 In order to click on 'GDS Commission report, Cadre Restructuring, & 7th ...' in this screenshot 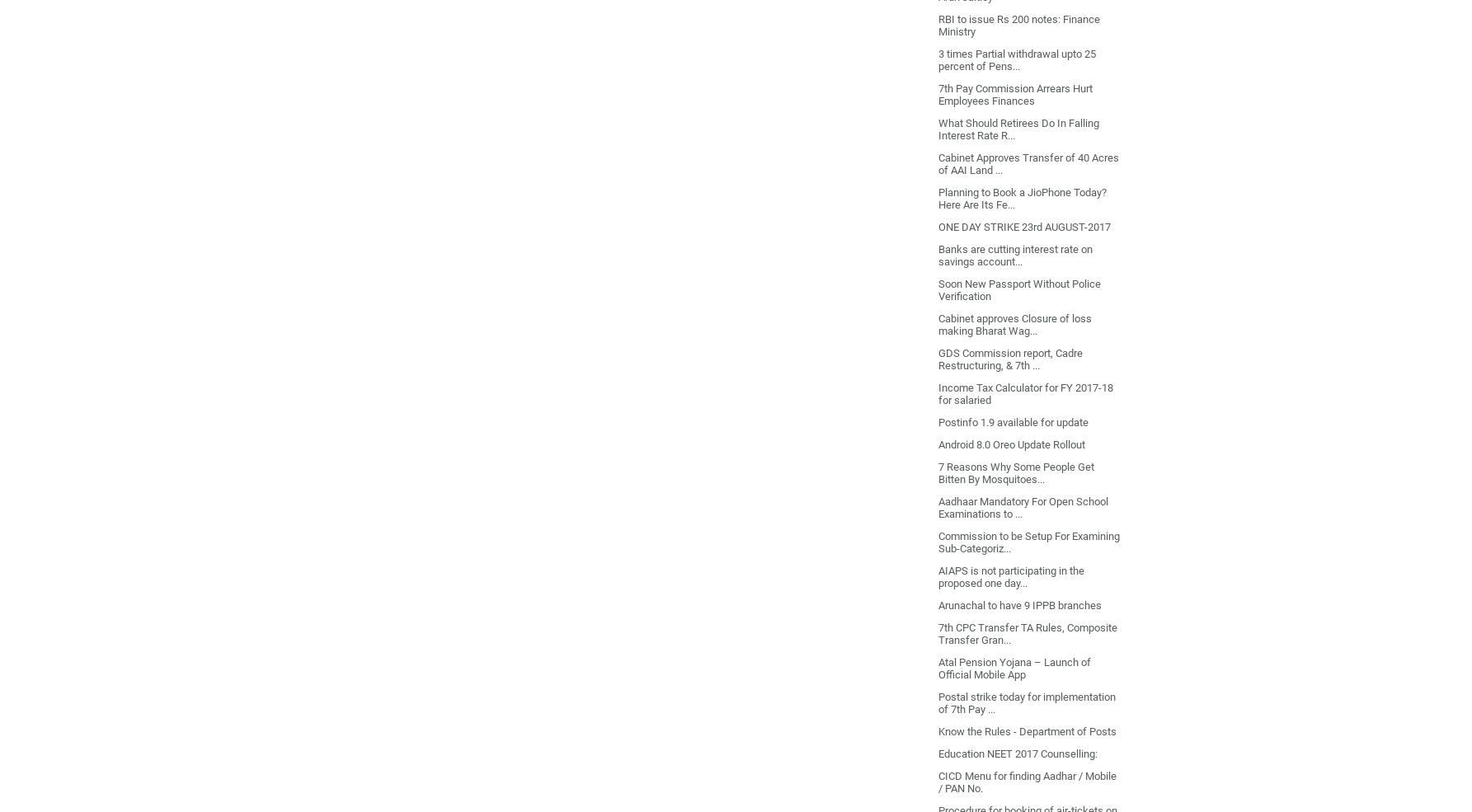, I will do `click(1009, 357)`.